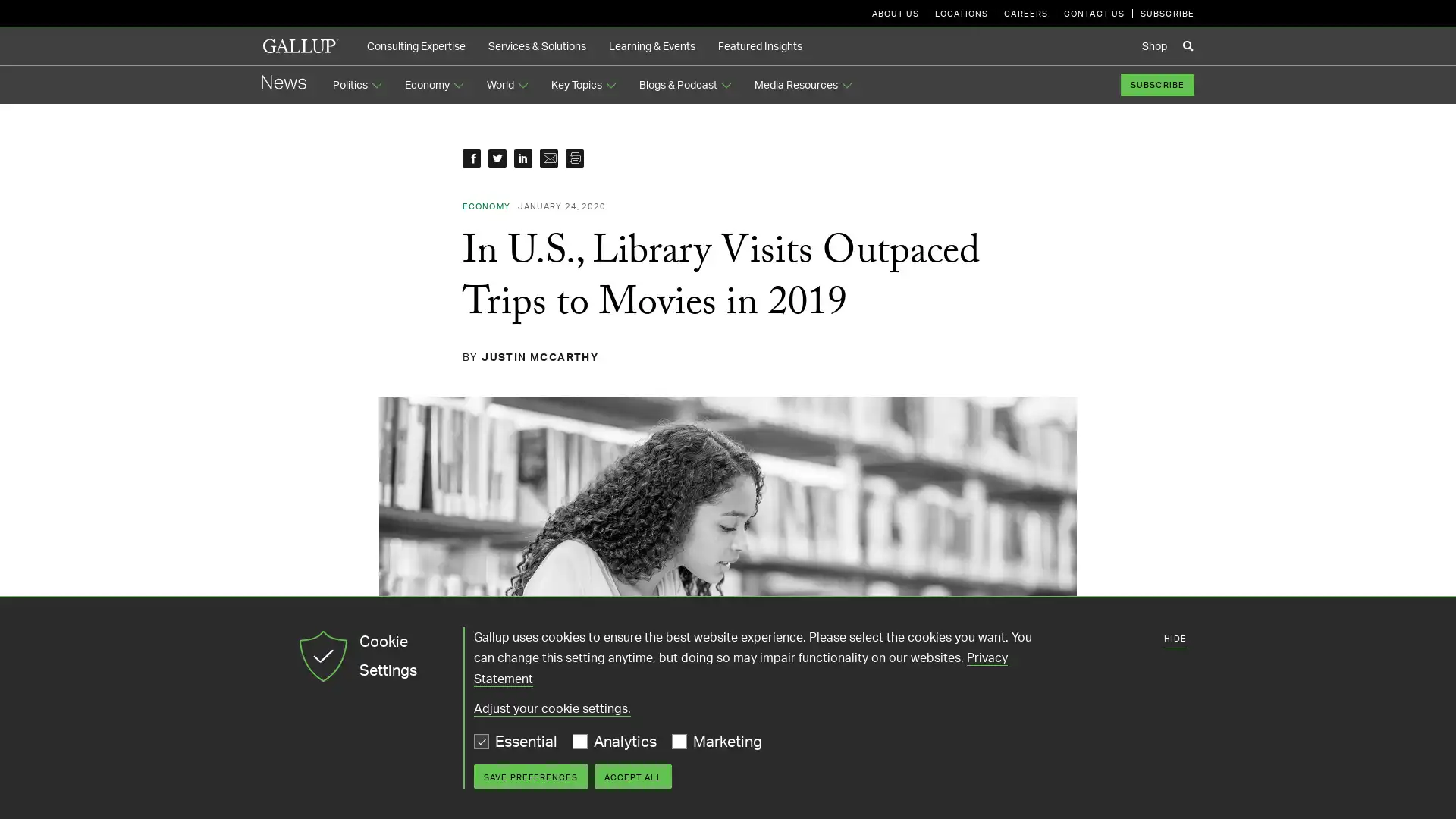 The width and height of the screenshot is (1456, 819). Describe the element at coordinates (632, 776) in the screenshot. I see `ACCEPT ALL` at that location.